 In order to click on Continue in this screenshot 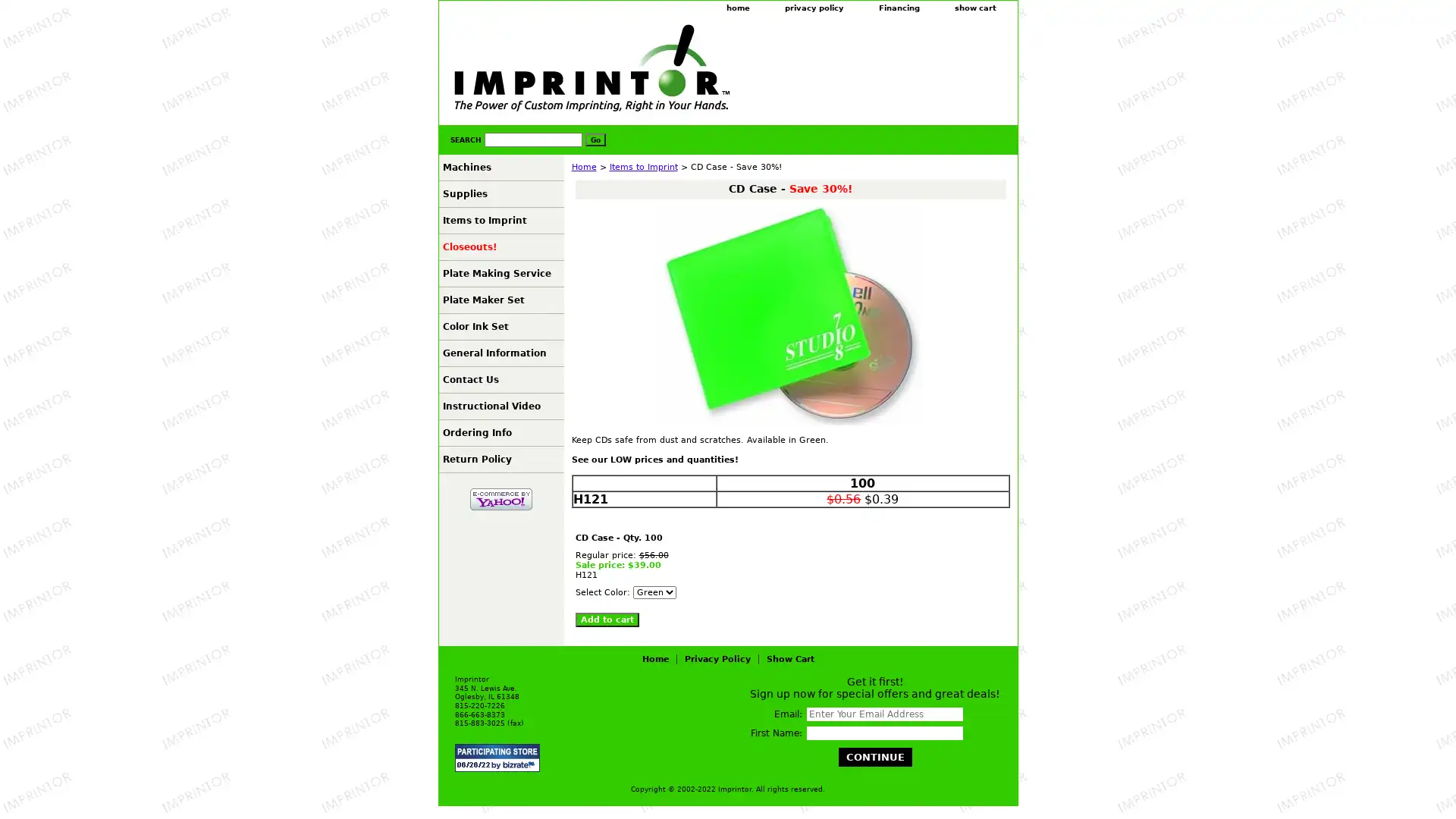, I will do `click(874, 757)`.